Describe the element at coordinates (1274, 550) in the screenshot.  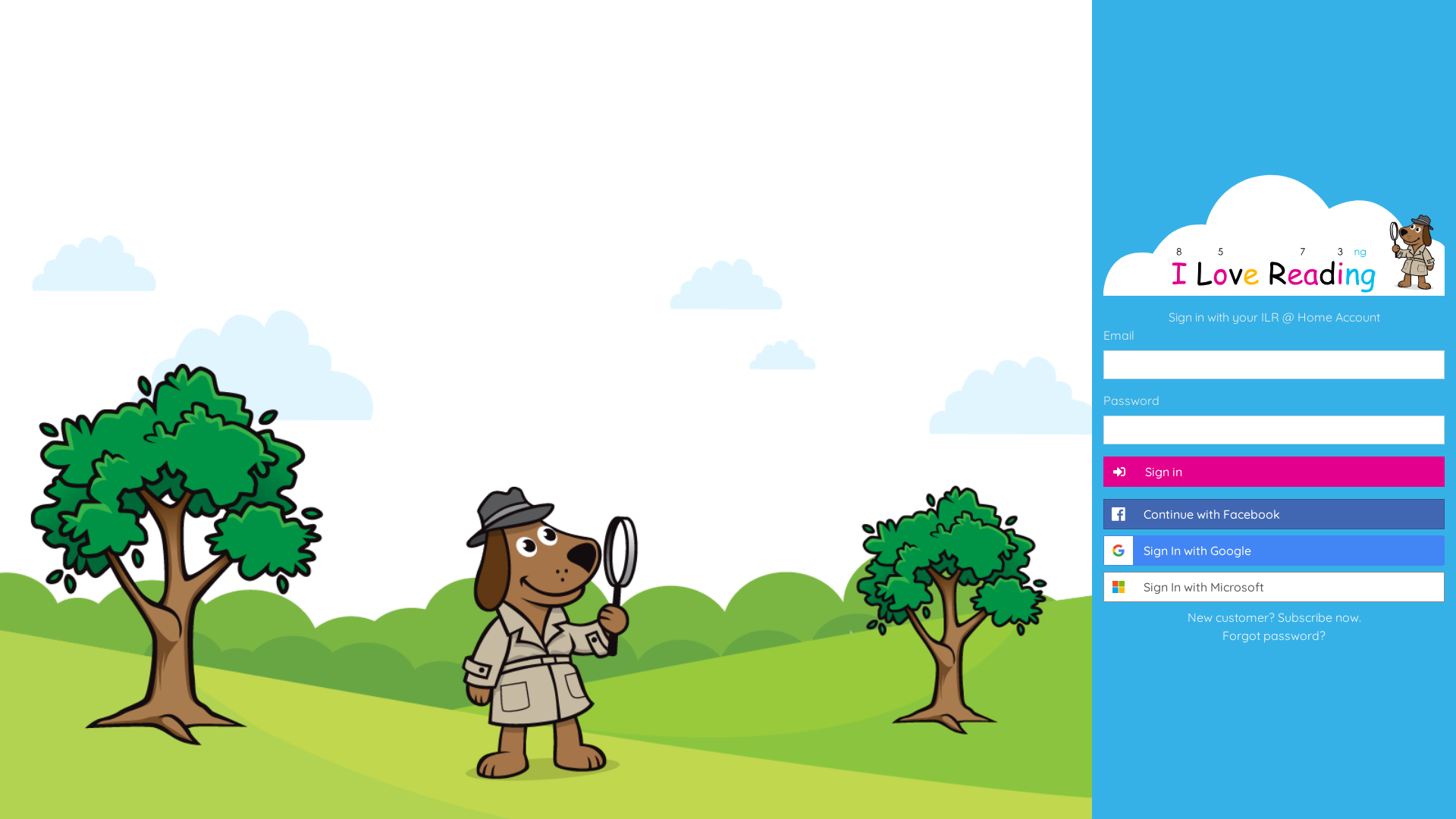
I see `'Sign In with Google'` at that location.